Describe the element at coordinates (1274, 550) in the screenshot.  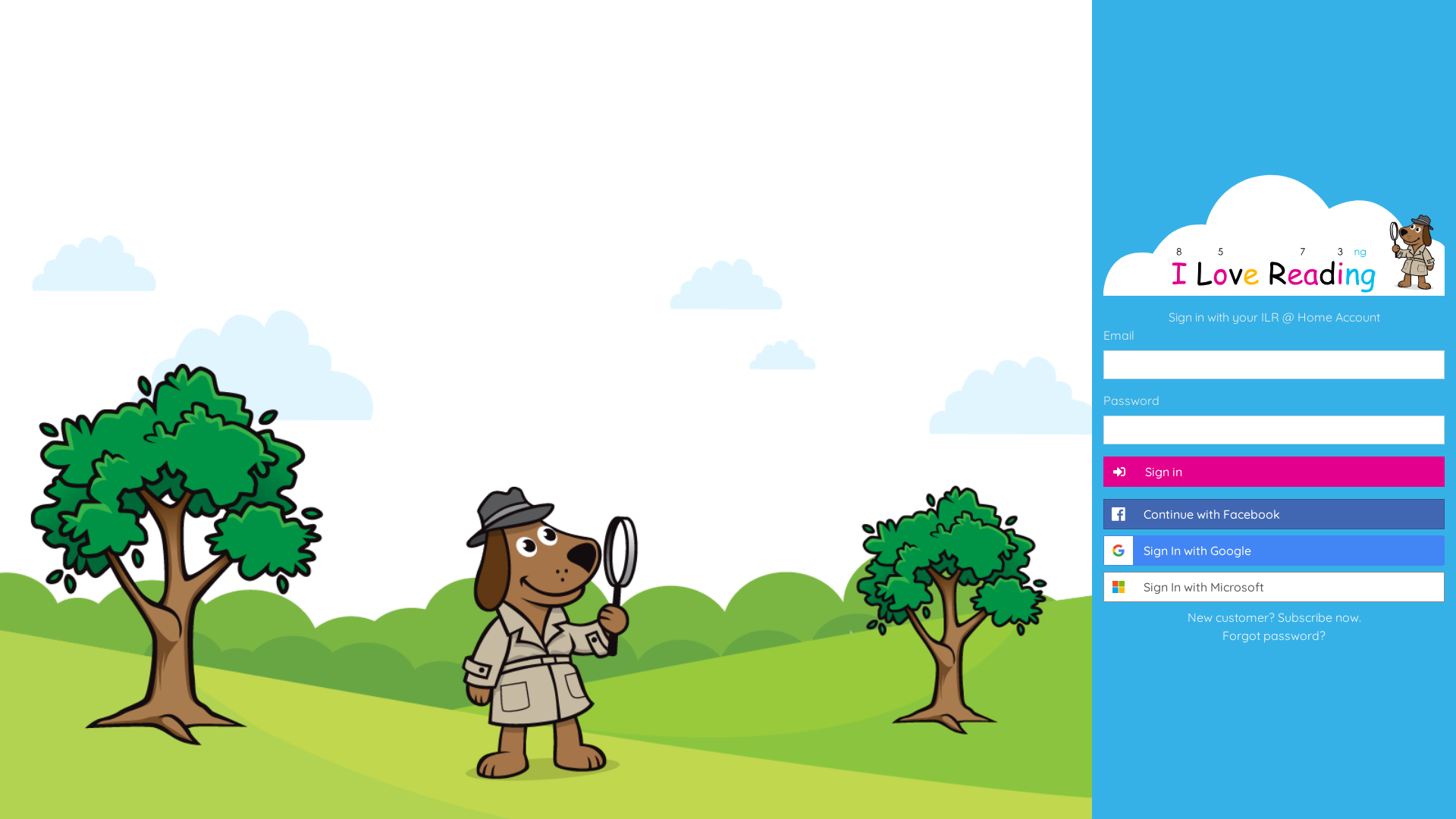
I see `'Sign In with Google'` at that location.